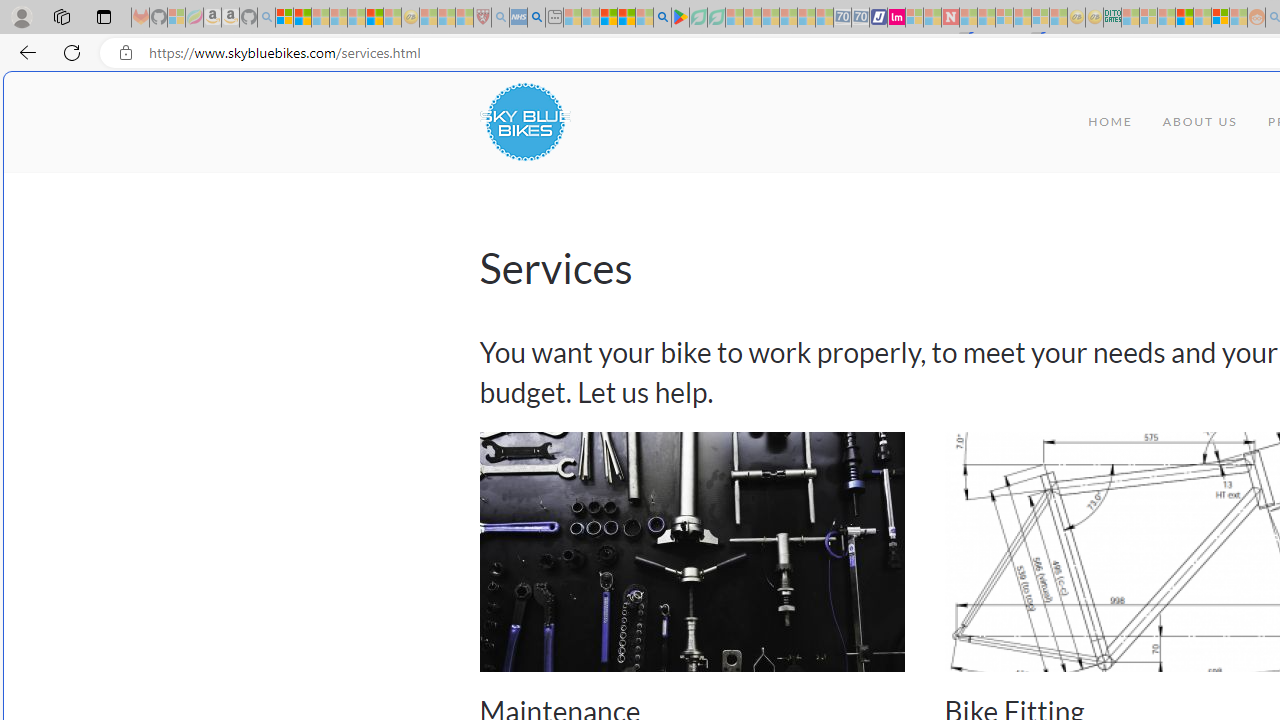 This screenshot has width=1280, height=720. What do you see at coordinates (1200, 122) in the screenshot?
I see `'ABOUT US'` at bounding box center [1200, 122].